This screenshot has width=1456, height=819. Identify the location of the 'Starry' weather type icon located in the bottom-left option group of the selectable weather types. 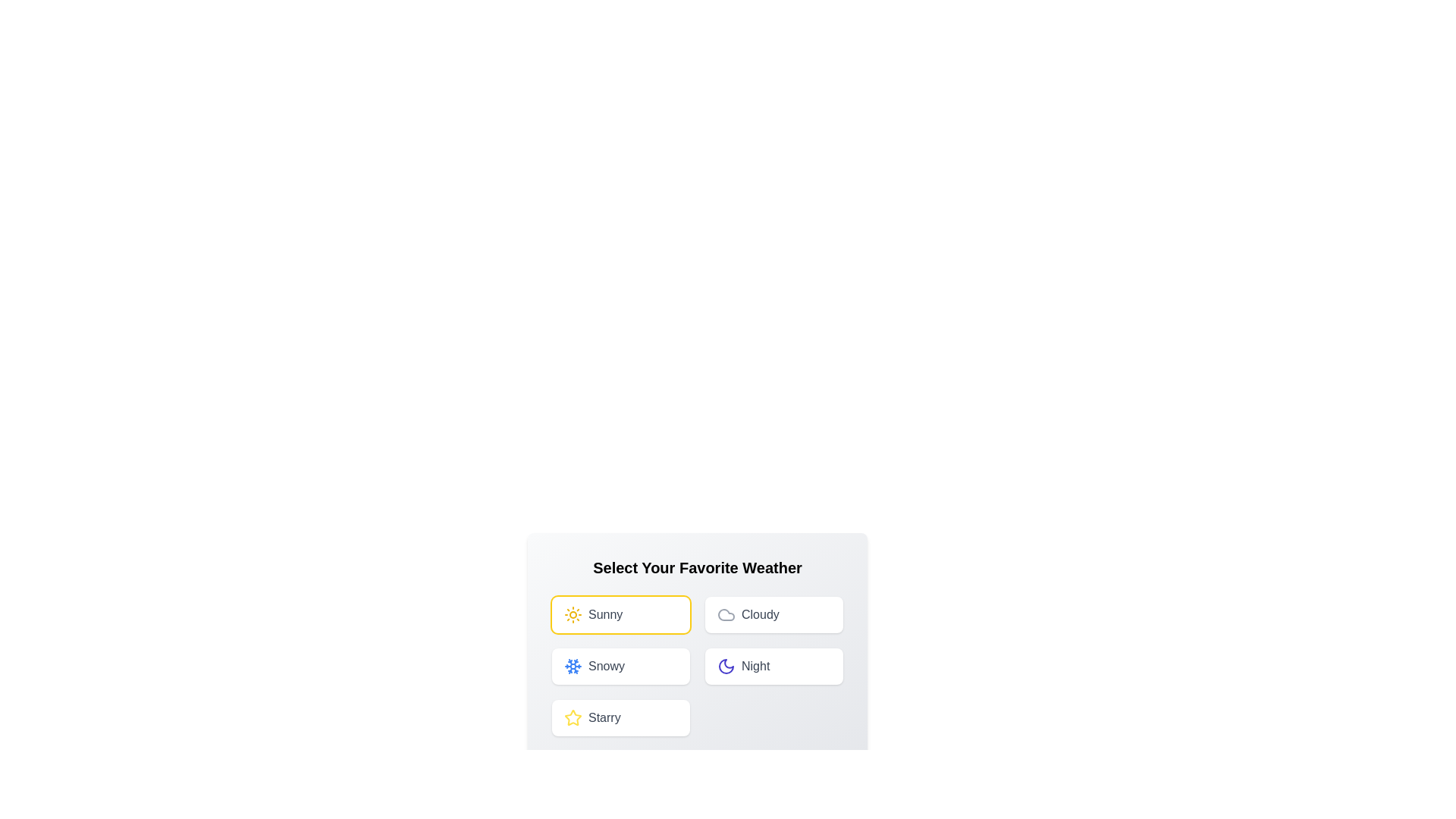
(572, 717).